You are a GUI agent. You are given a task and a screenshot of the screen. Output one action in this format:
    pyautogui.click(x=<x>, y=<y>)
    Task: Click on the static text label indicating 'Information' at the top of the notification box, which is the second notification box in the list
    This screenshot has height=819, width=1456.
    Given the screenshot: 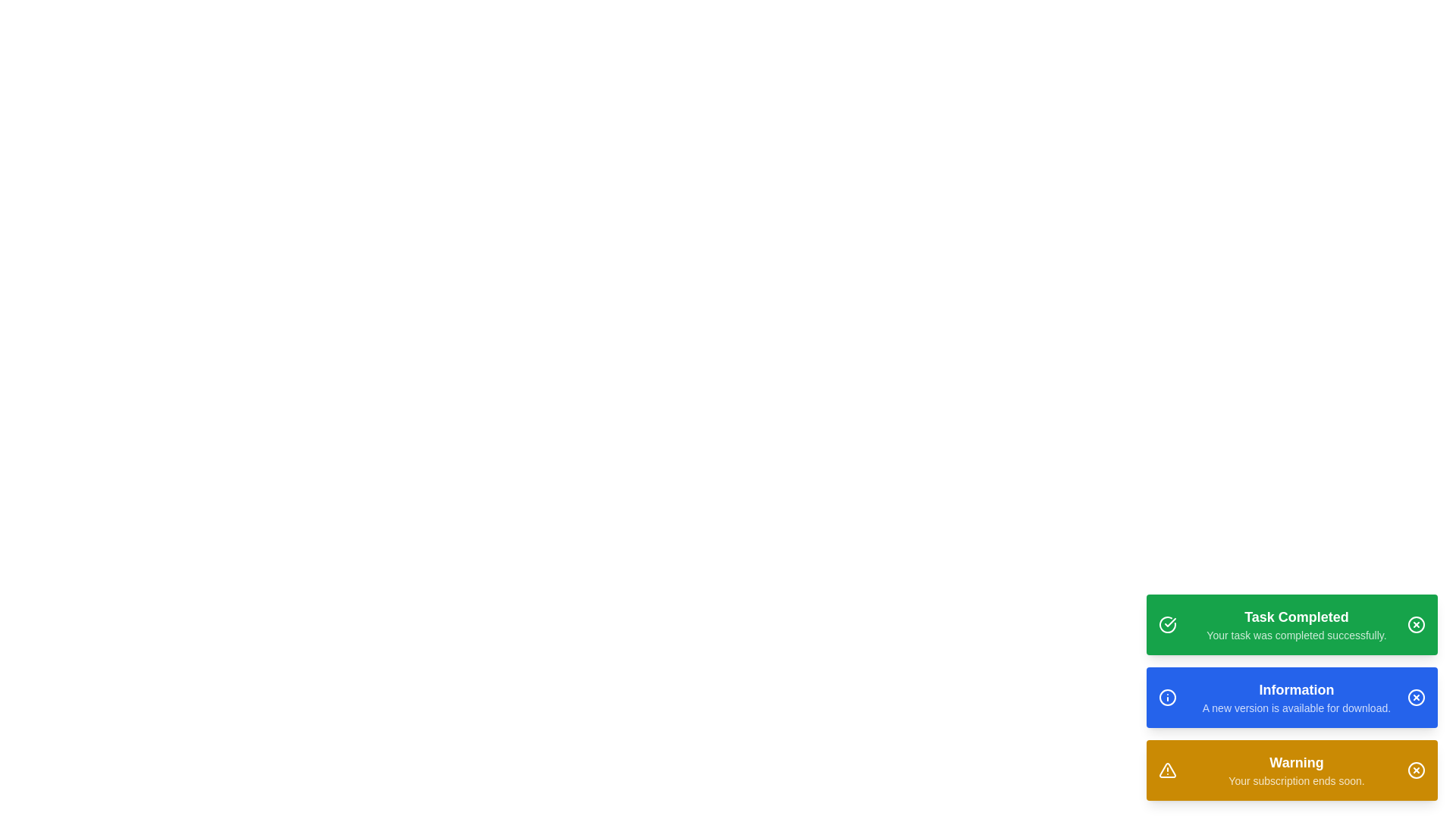 What is the action you would take?
    pyautogui.click(x=1295, y=690)
    